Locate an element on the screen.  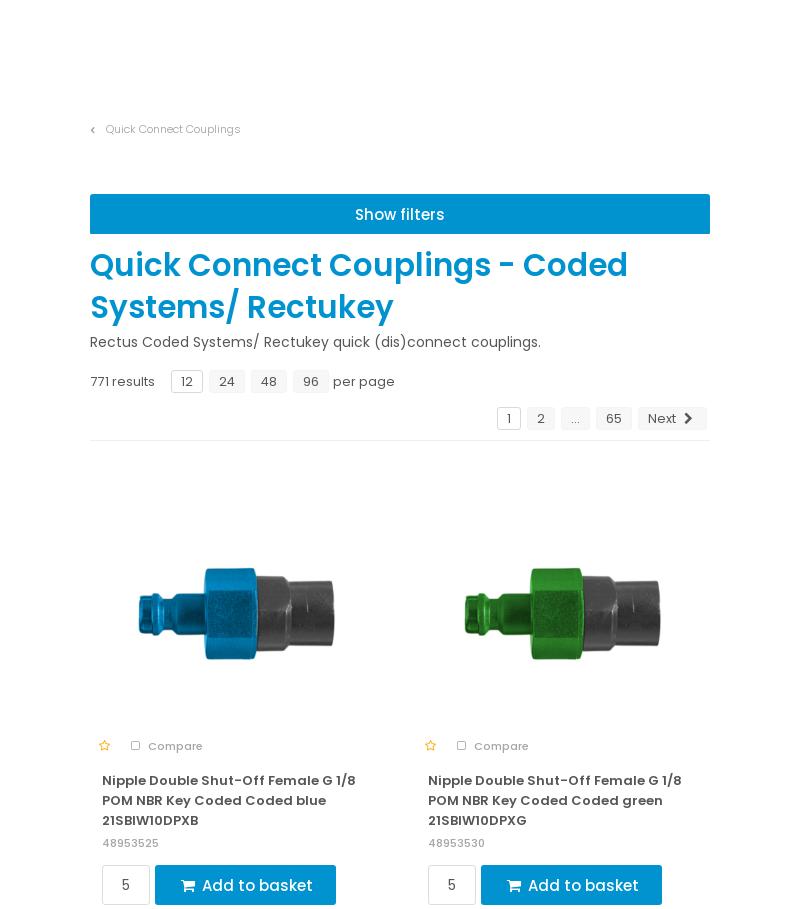
'sales engineers for a quote' is located at coordinates (562, 686).